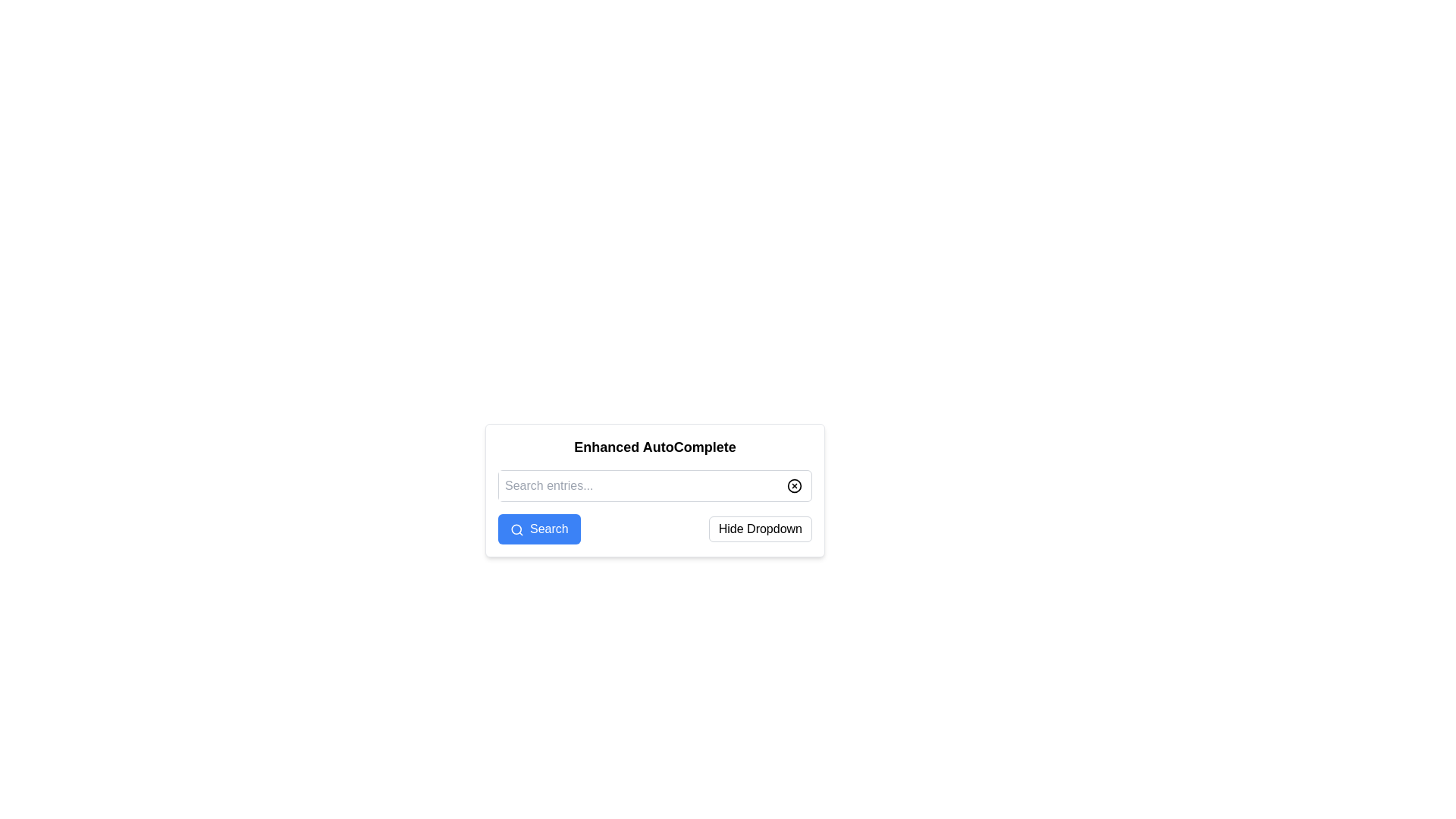 This screenshot has width=1456, height=819. I want to click on the circular SVG element that resembles the lens of a search magnifying glass, located to the right of the text input field labeled 'Search entries...', so click(516, 529).